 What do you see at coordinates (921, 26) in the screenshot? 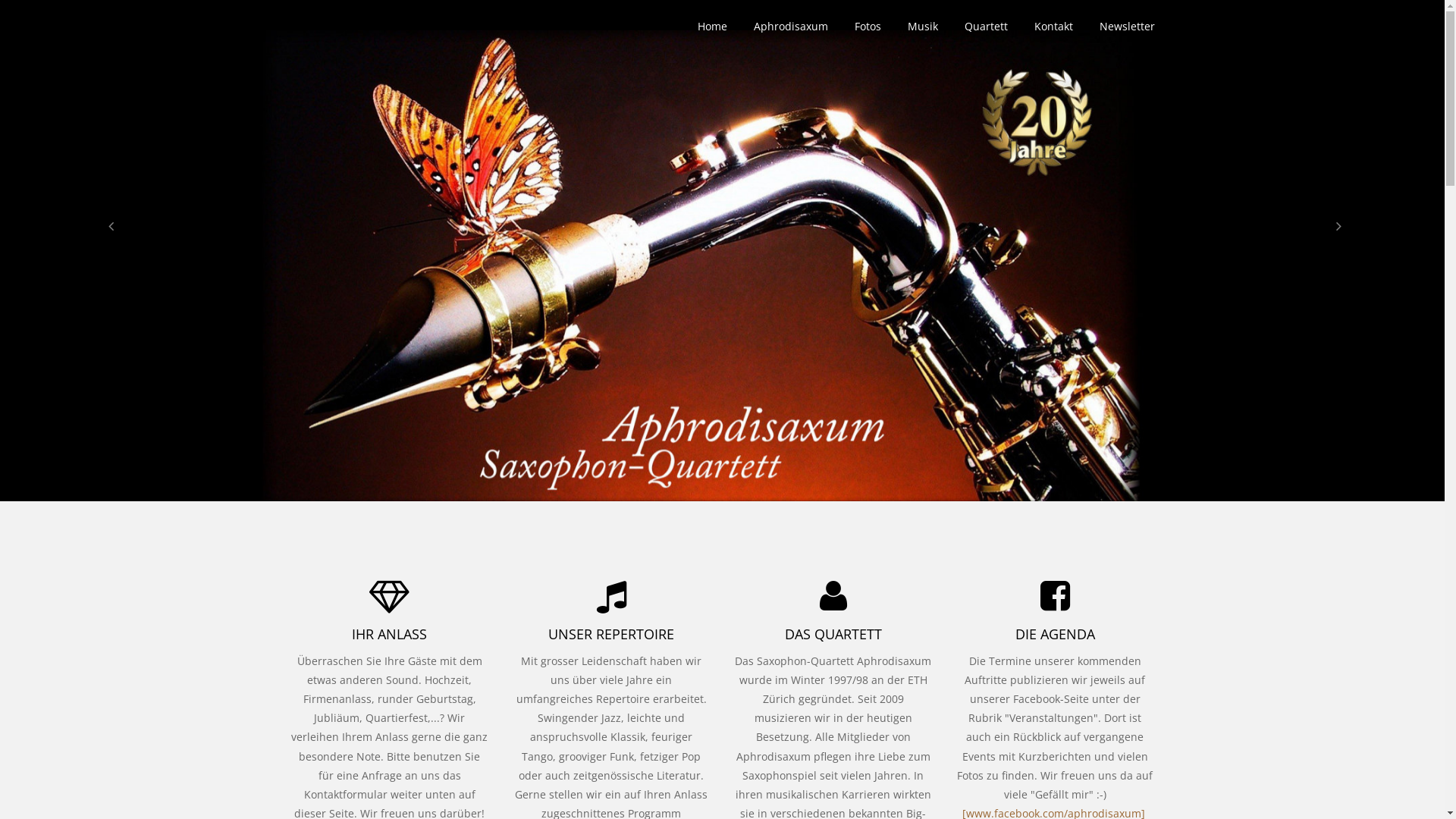
I see `'Musik'` at bounding box center [921, 26].